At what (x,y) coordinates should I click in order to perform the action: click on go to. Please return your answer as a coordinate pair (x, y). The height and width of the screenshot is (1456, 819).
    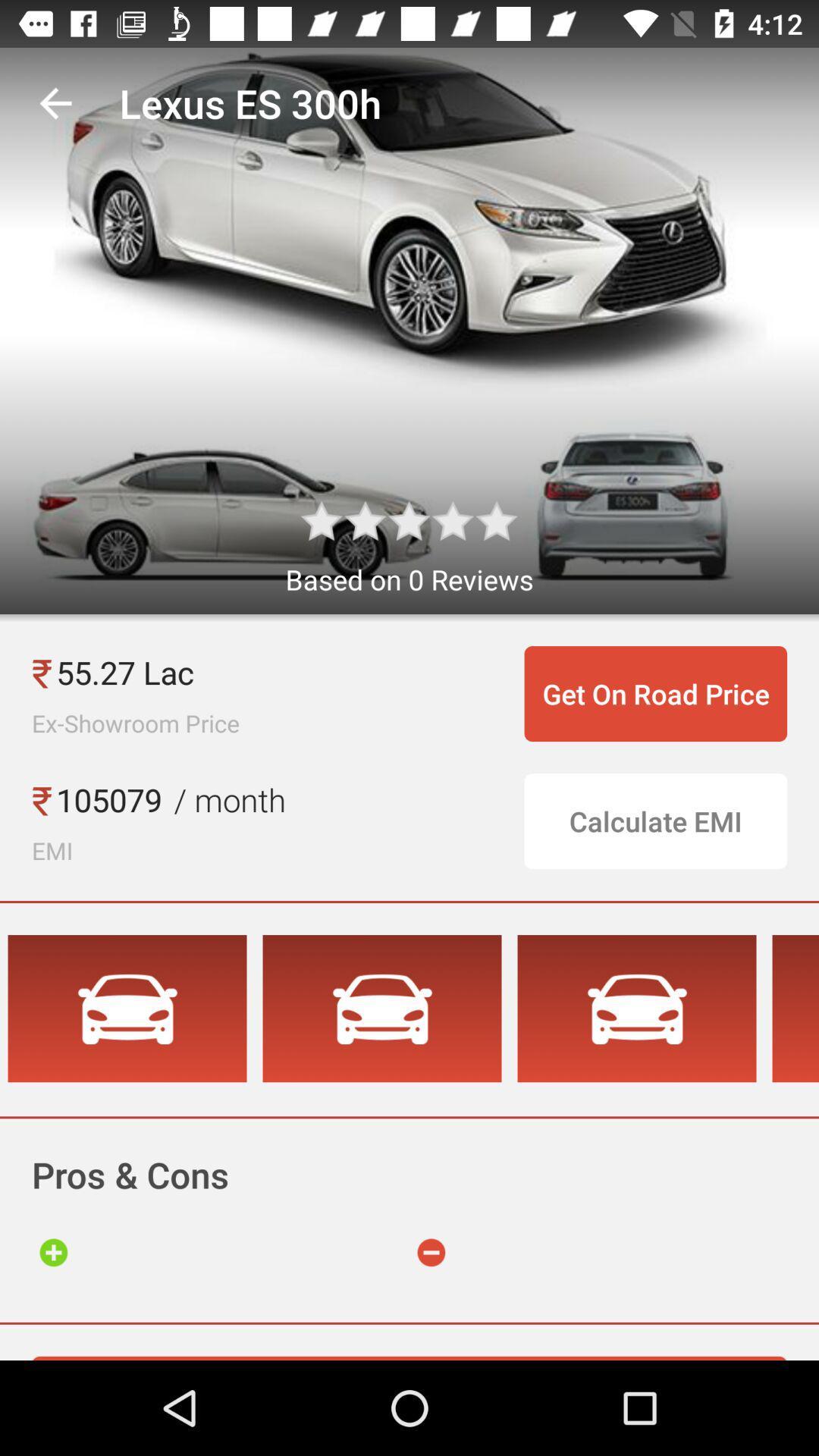
    Looking at the image, I should click on (52, 1252).